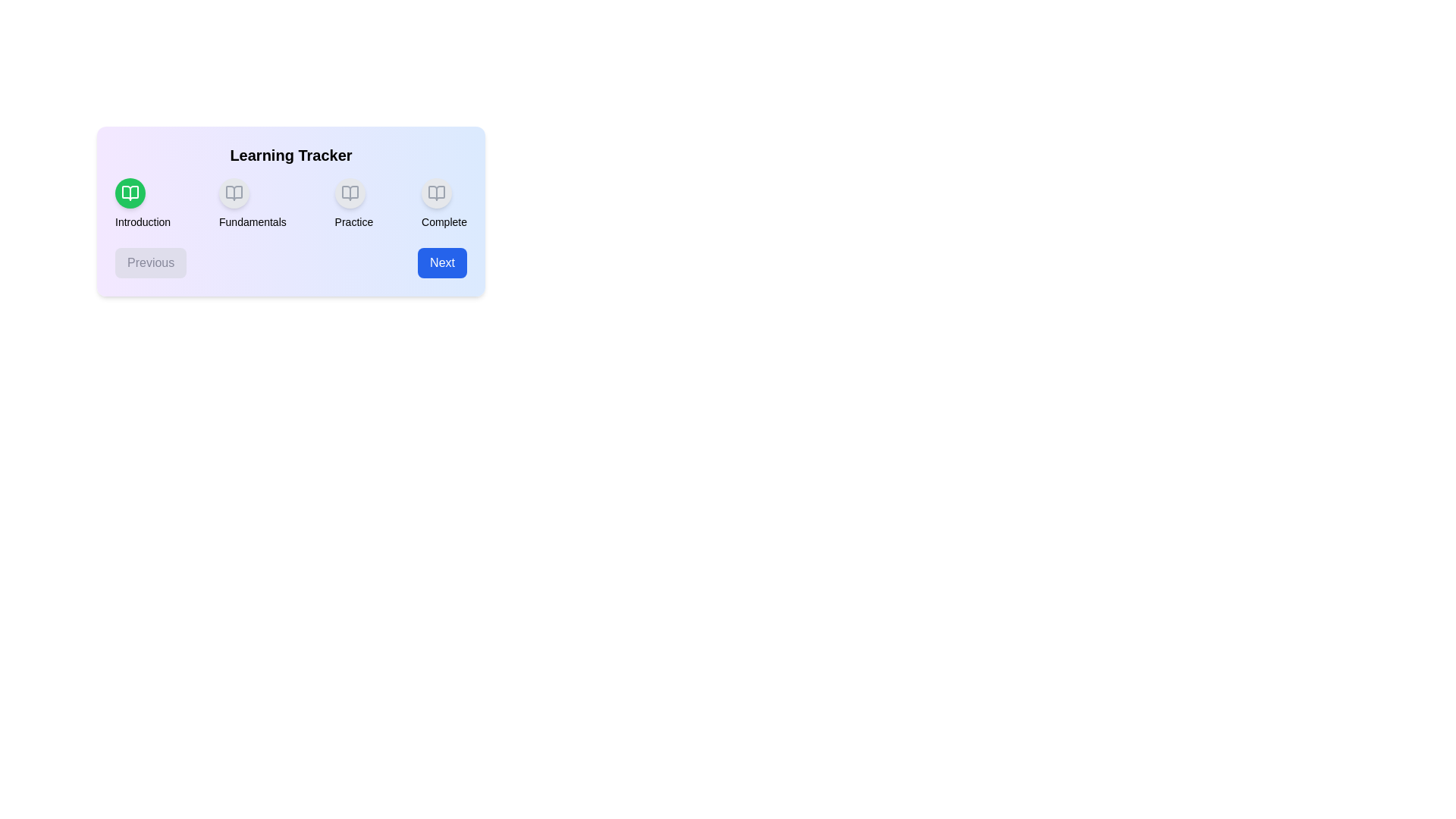  I want to click on the button-like decorative element representing the 'Fundamentals' section in the Learning Tracker interface, located directly above the text label 'Fundamentals', so click(234, 192).